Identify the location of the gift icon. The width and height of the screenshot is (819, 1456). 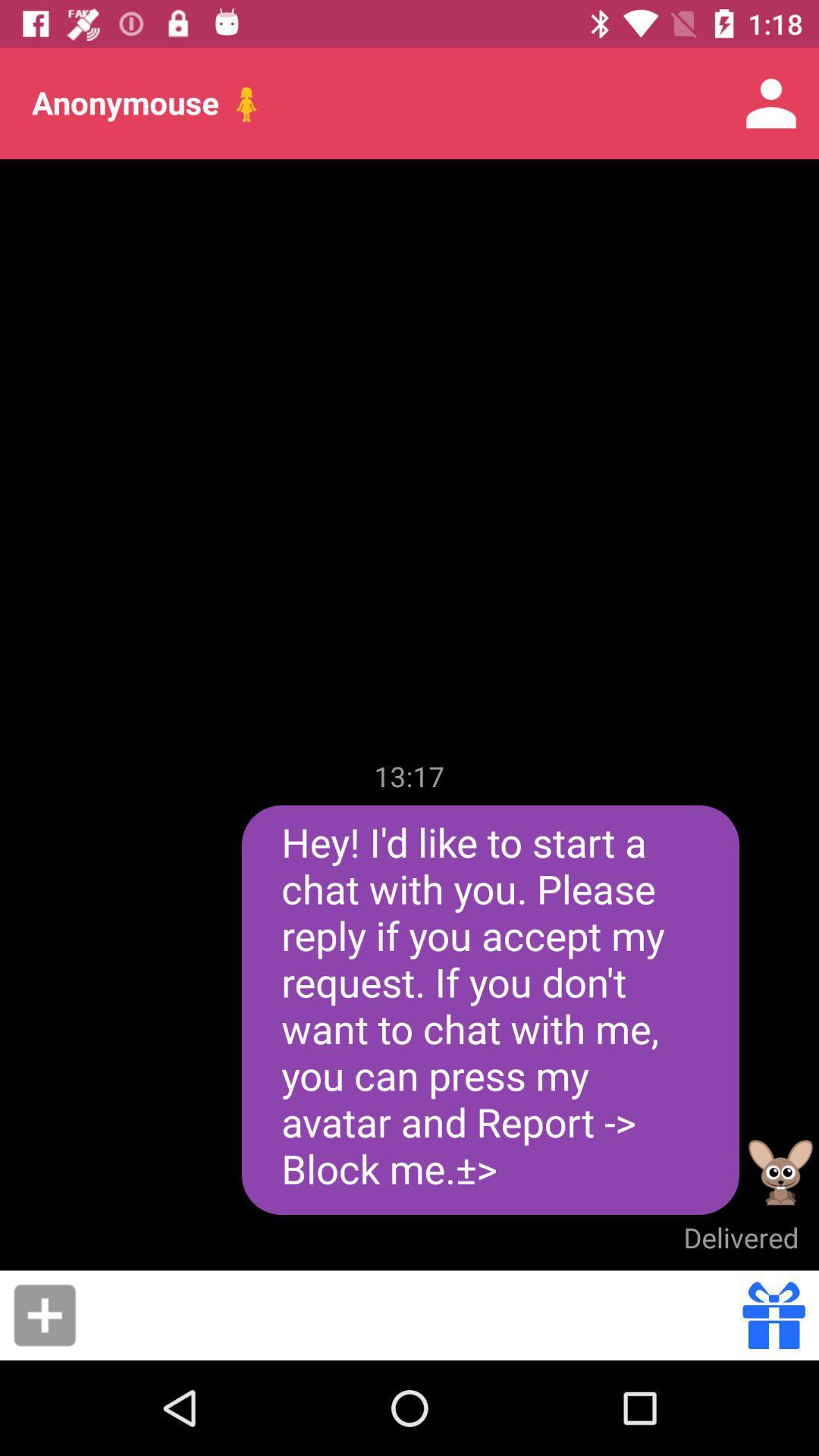
(773, 1314).